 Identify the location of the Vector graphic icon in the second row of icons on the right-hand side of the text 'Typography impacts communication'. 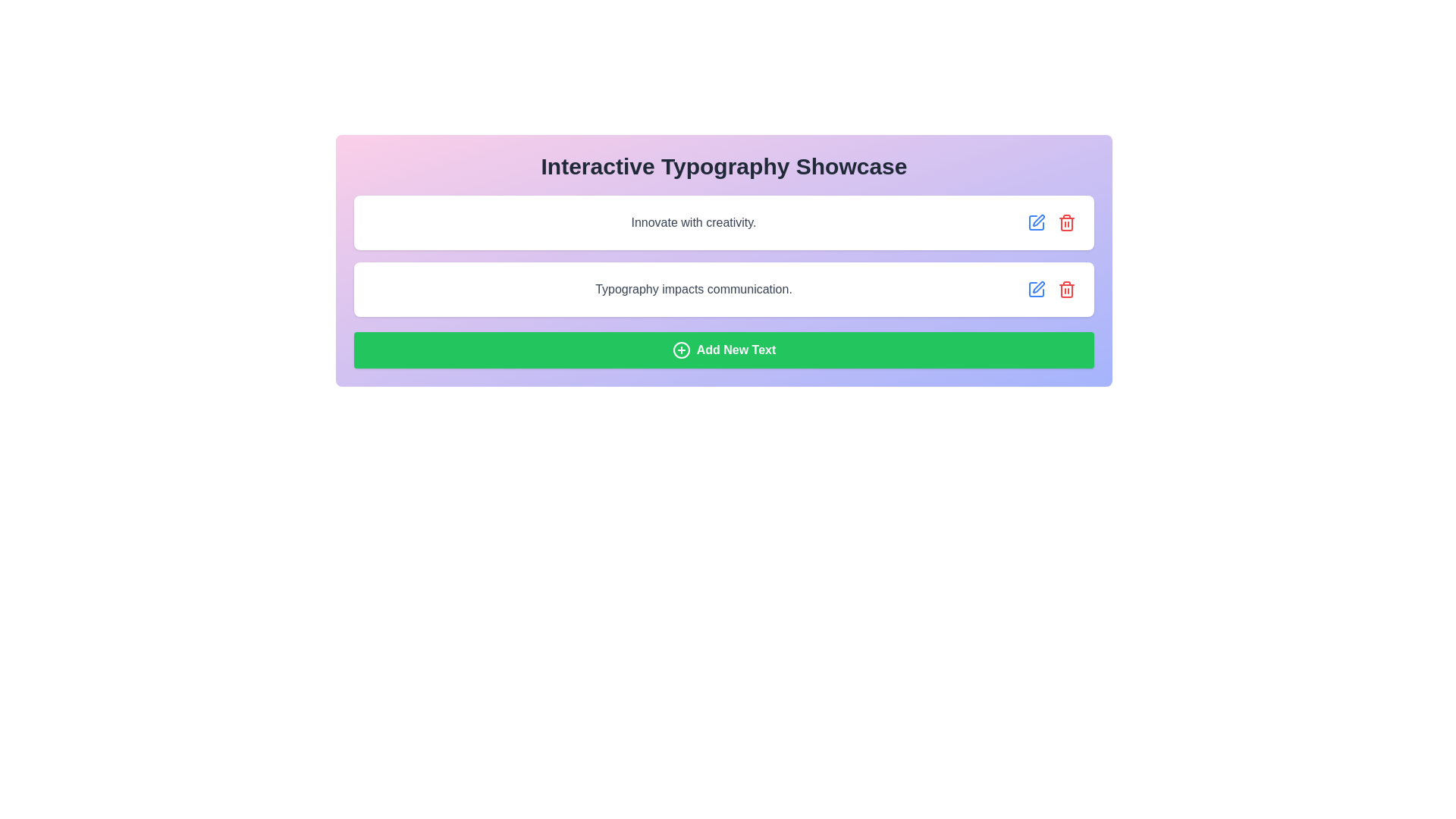
(1036, 222).